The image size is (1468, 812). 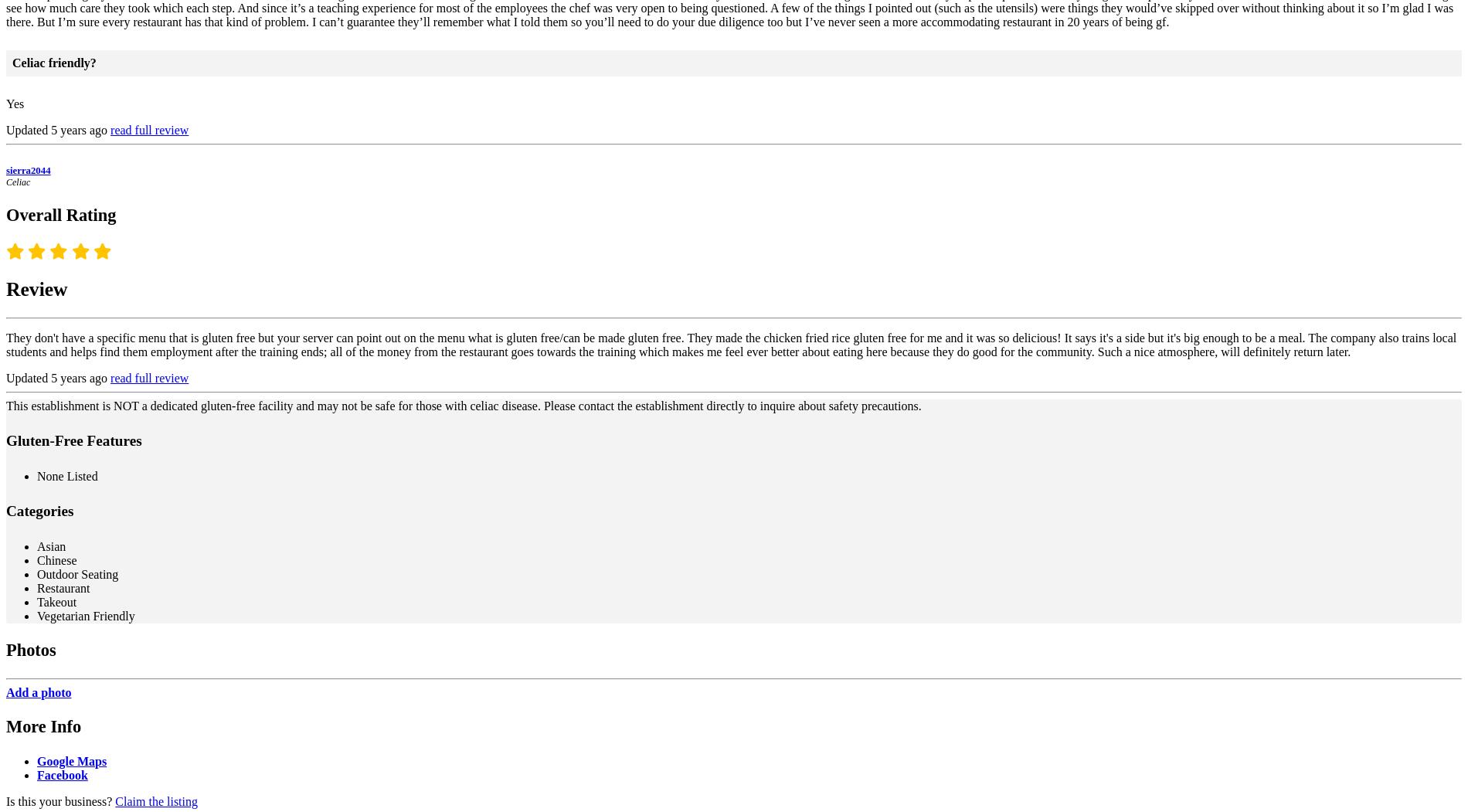 I want to click on 'Celiac friendly?', so click(x=53, y=61).